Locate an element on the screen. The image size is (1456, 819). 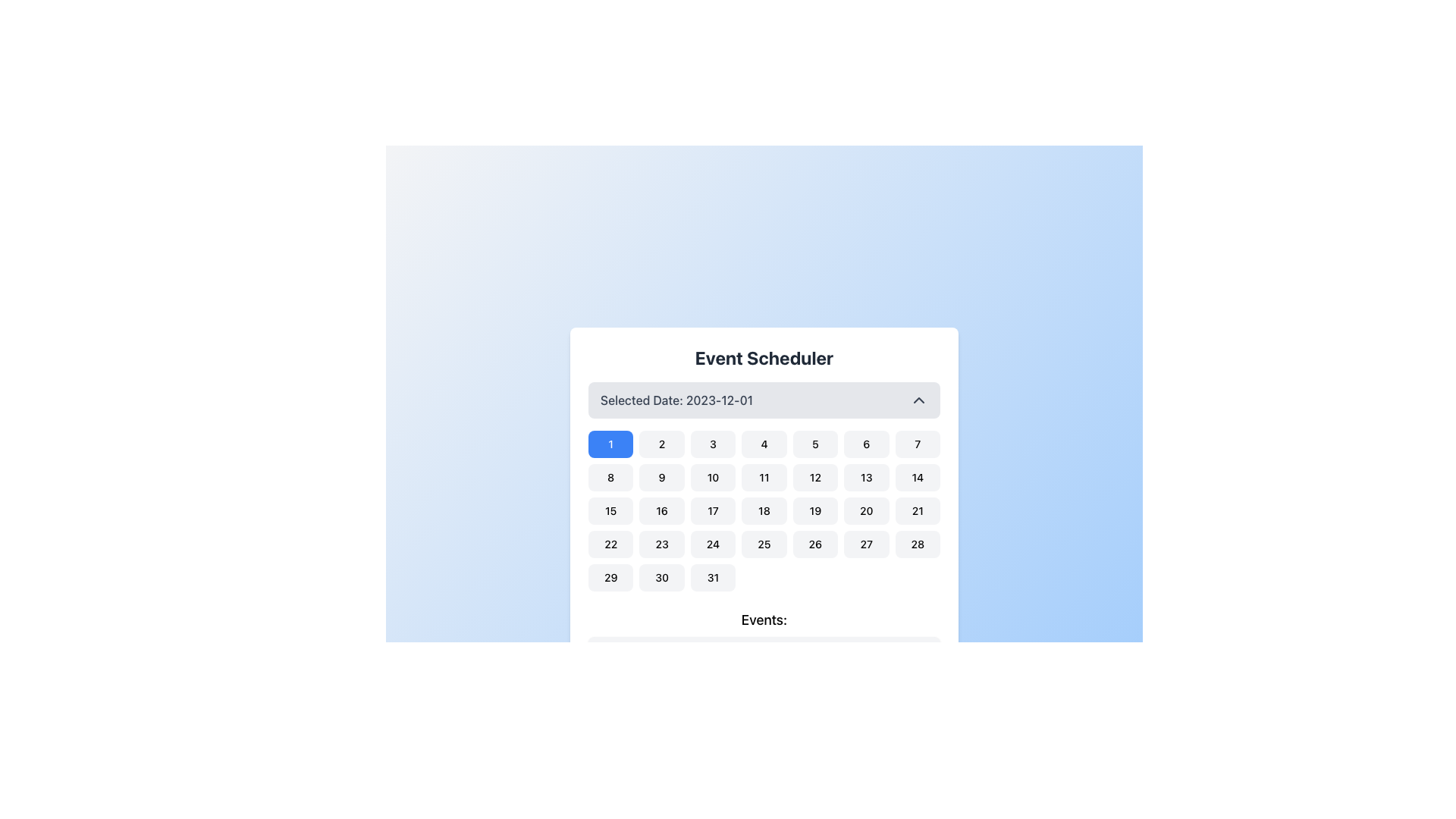
the date selection button for the 1st date in the calendar interface to trigger the tooltip or highlight effect is located at coordinates (610, 444).